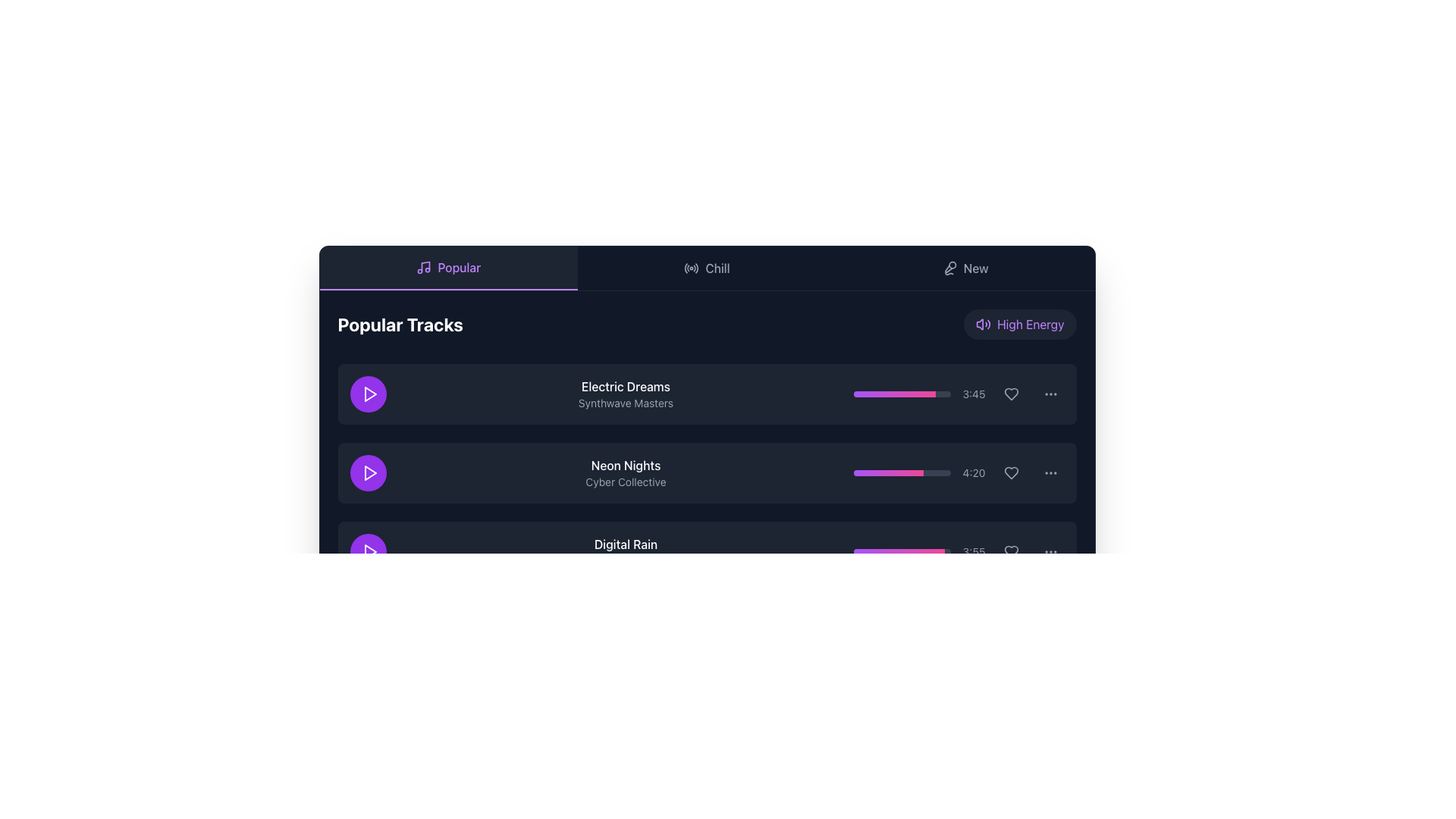 The image size is (1456, 819). I want to click on the text label 'Neon Nights', so click(626, 464).